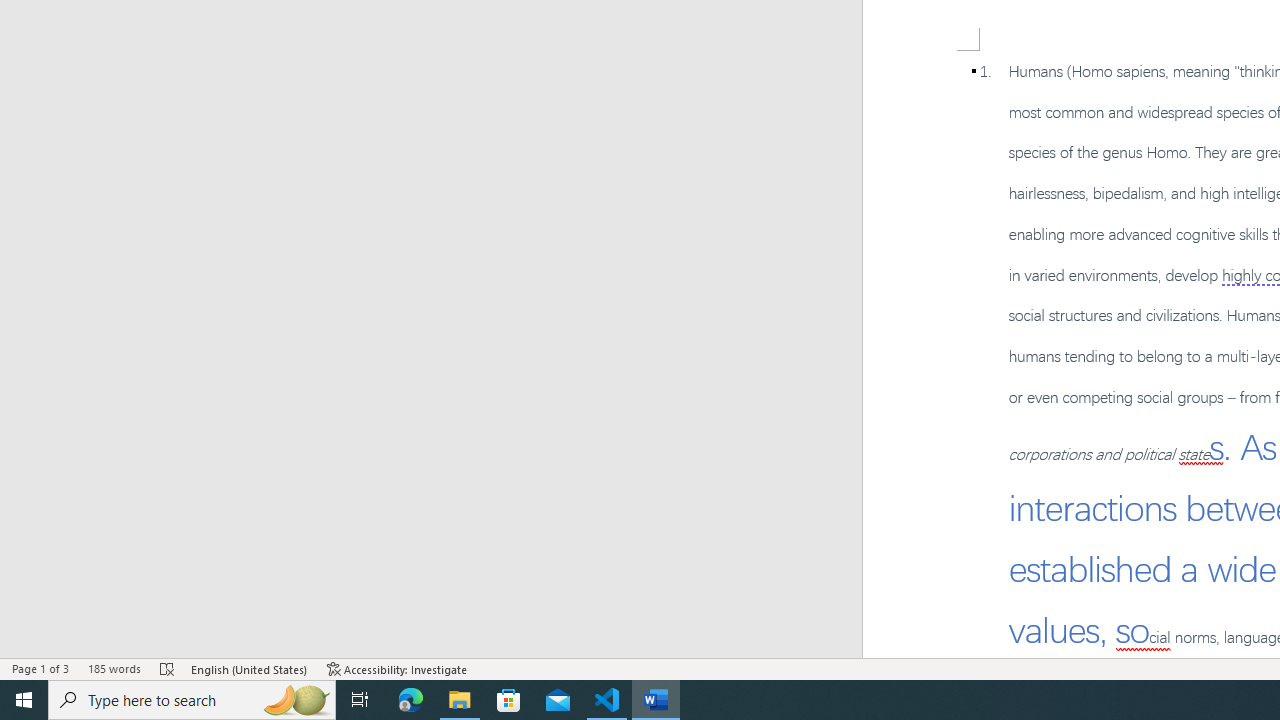 This screenshot has width=1280, height=720. What do you see at coordinates (168, 669) in the screenshot?
I see `'Spelling and Grammar Check Errors'` at bounding box center [168, 669].